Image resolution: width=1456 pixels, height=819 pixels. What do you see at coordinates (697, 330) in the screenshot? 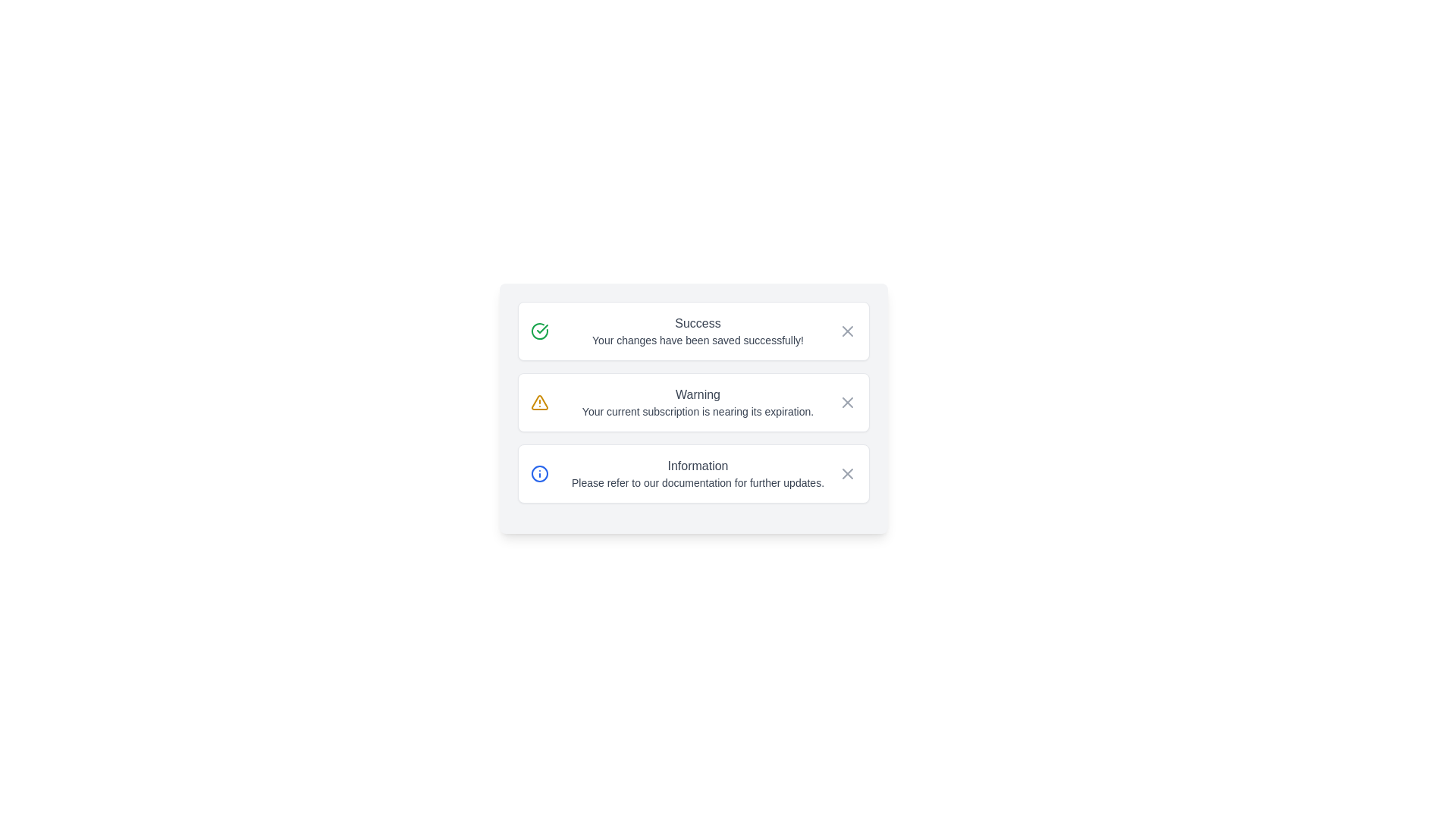
I see `the informational text block titled 'Success' that displays the message 'Your changes have been saved successfully!'` at bounding box center [697, 330].